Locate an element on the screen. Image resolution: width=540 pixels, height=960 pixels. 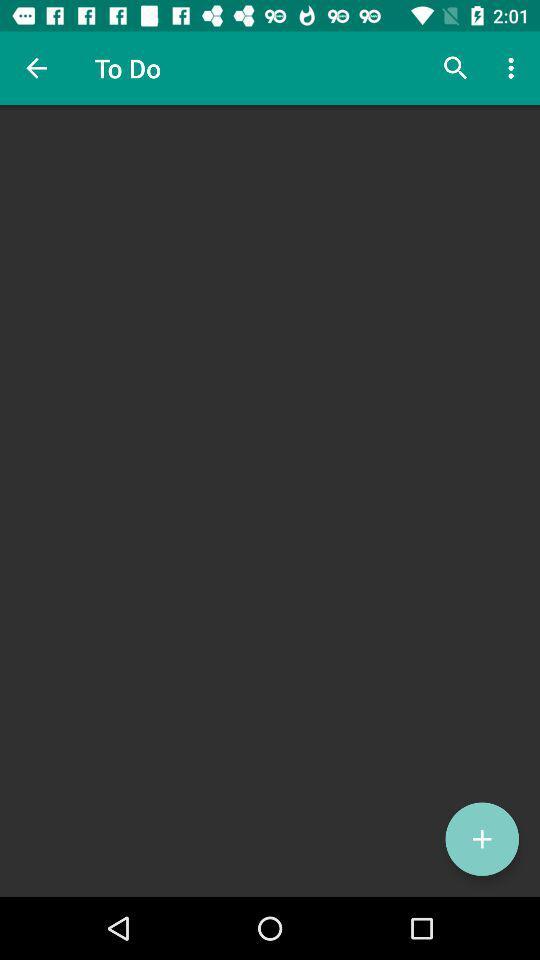
icon to the right of the to do item is located at coordinates (455, 68).